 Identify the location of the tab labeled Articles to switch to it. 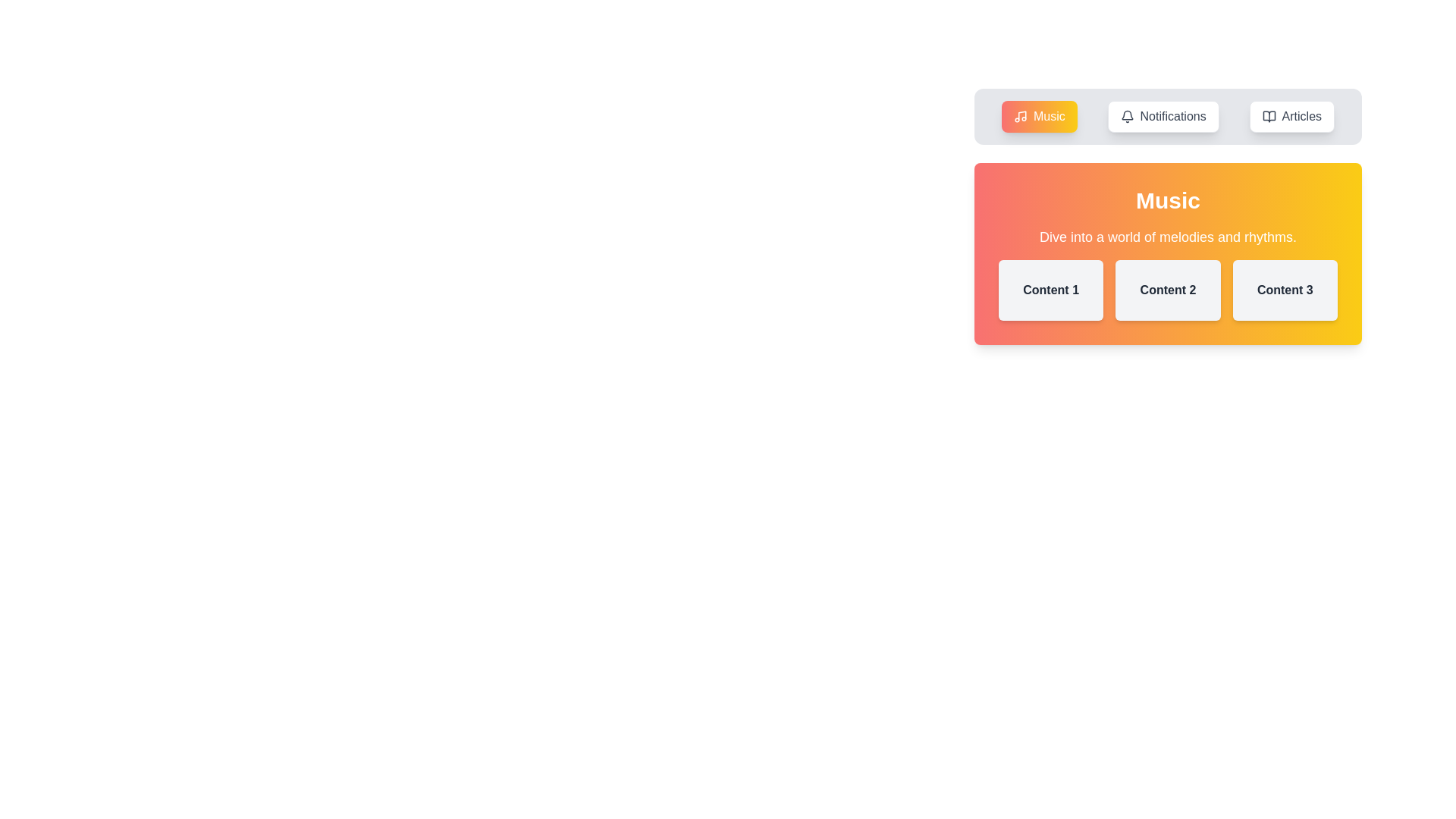
(1291, 116).